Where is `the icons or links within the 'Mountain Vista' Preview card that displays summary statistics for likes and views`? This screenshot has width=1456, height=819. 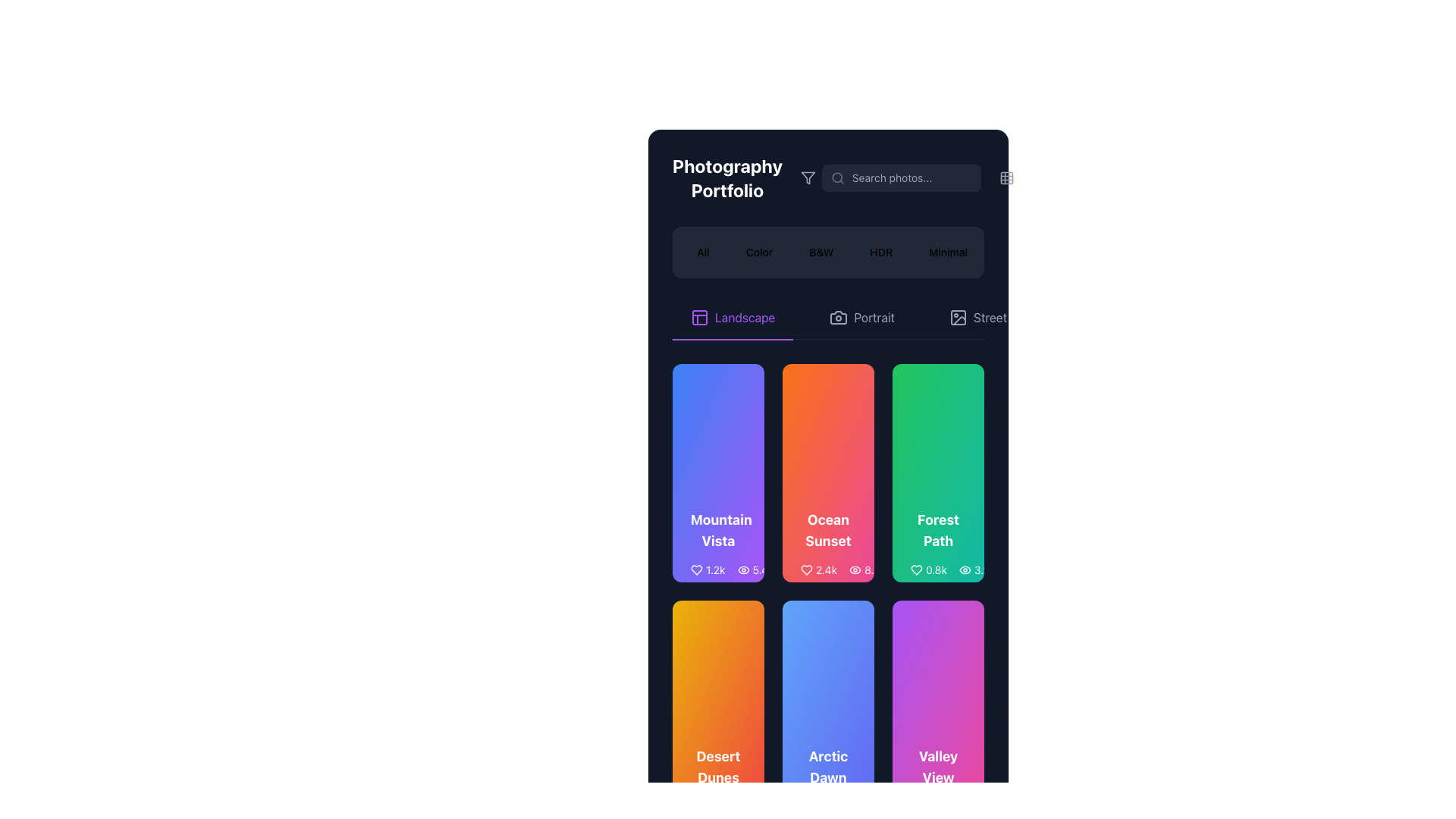
the icons or links within the 'Mountain Vista' Preview card that displays summary statistics for likes and views is located at coordinates (717, 546).